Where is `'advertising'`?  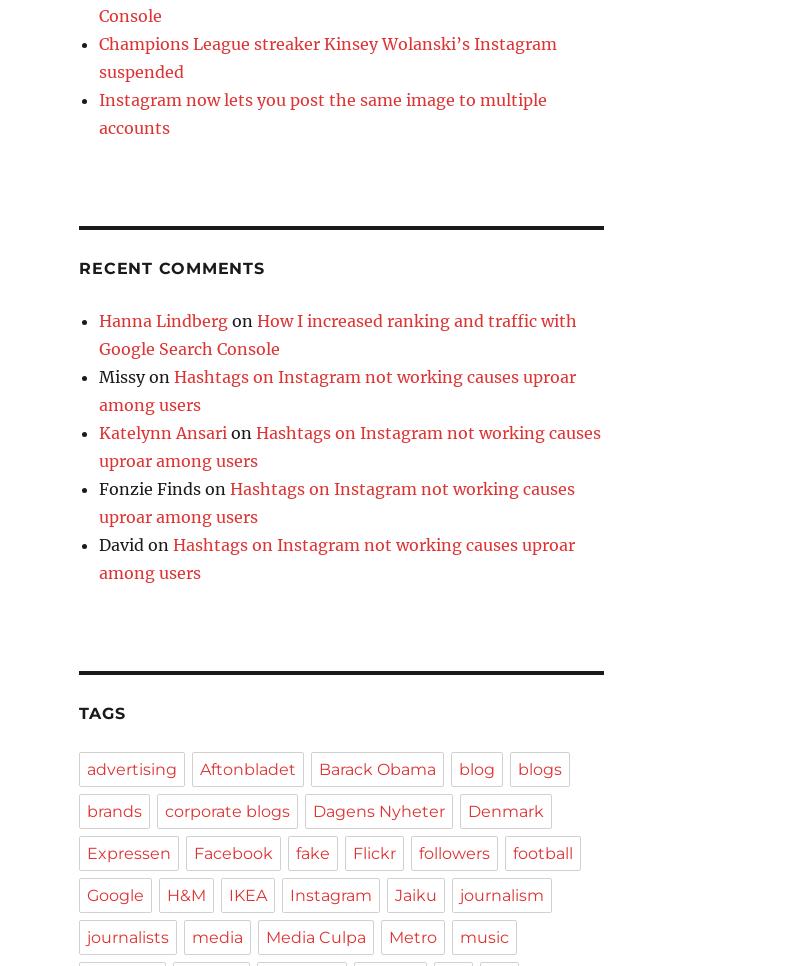 'advertising' is located at coordinates (131, 768).